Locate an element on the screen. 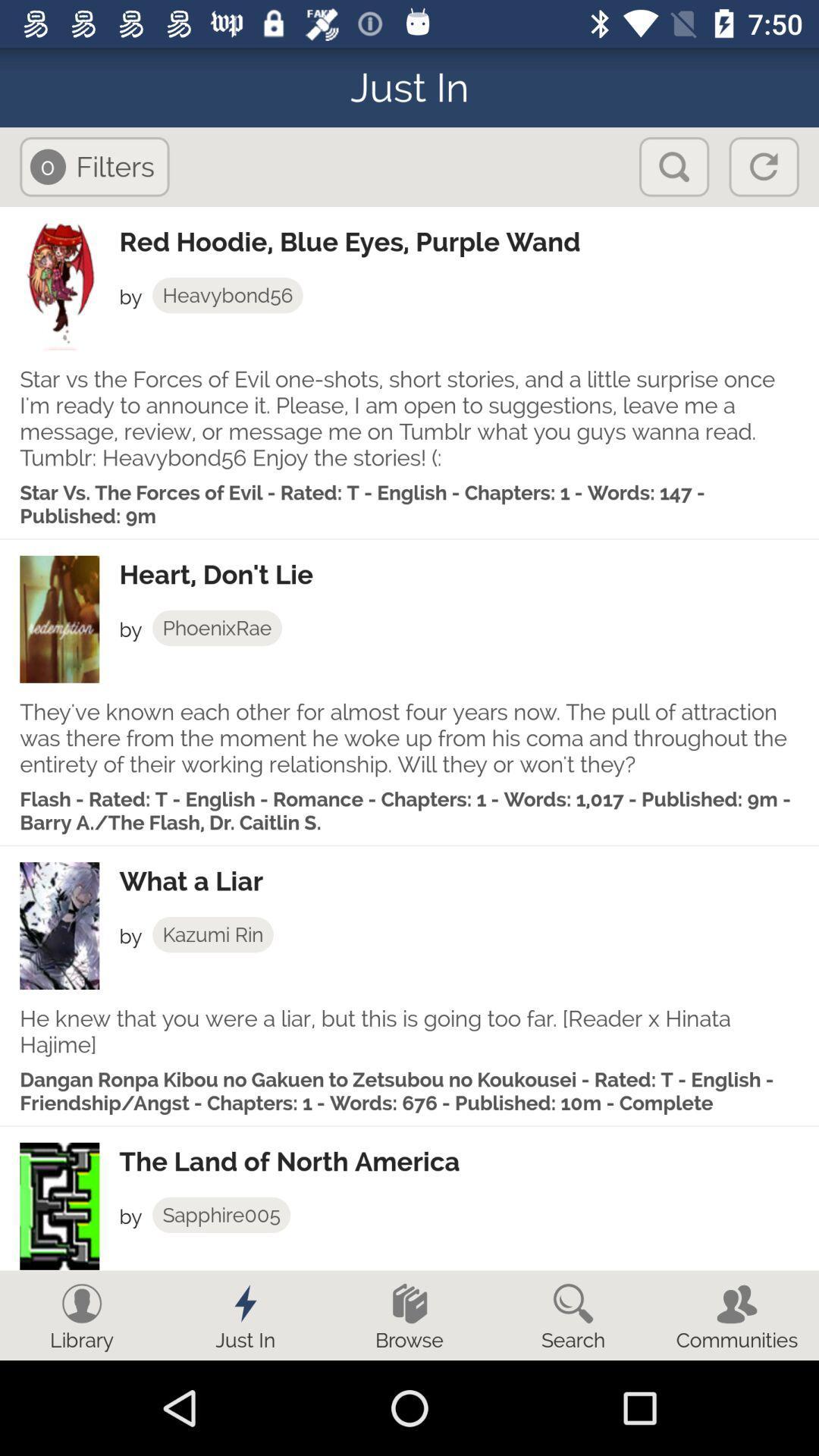  the icon next to by is located at coordinates (217, 628).